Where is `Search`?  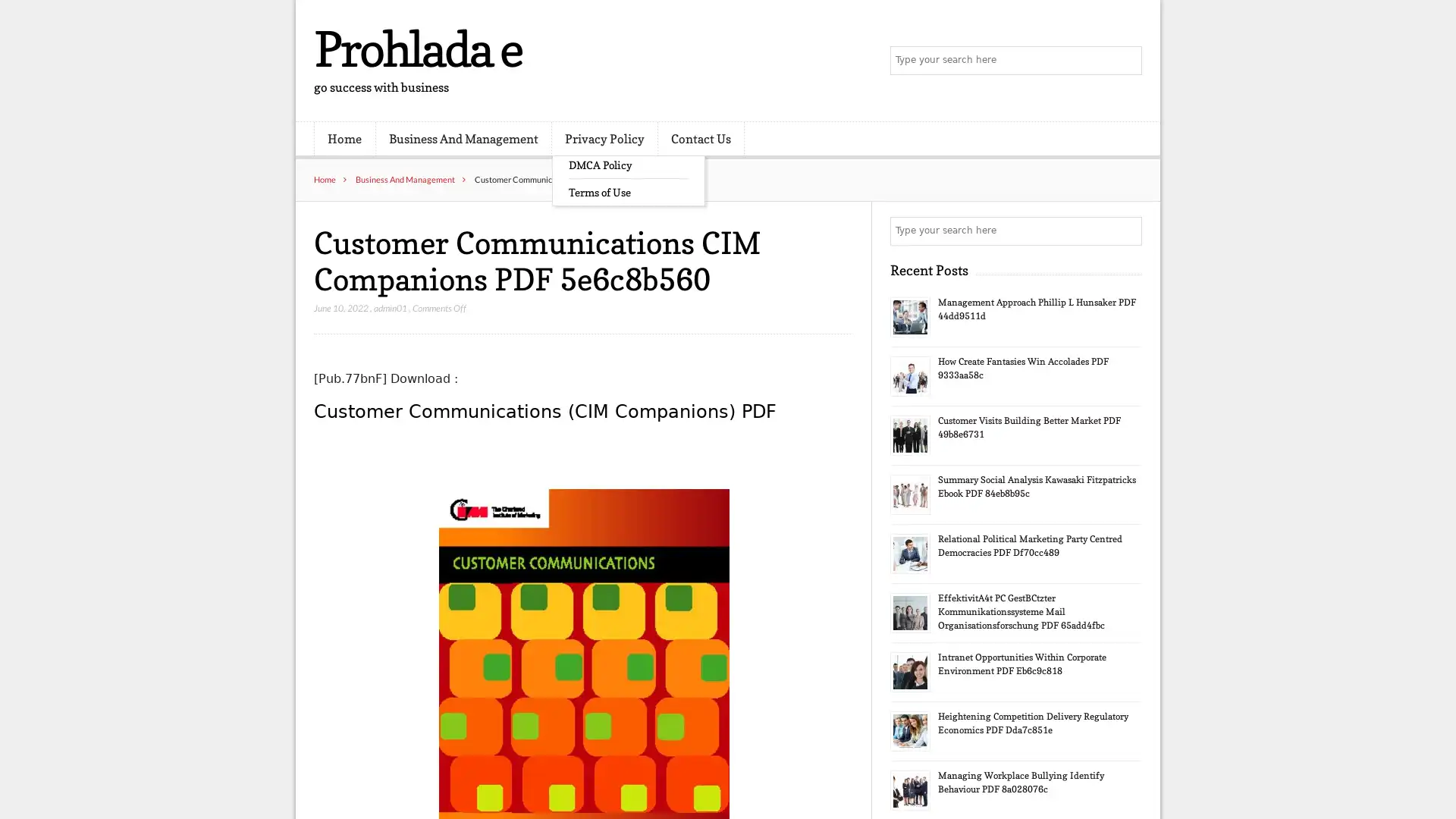
Search is located at coordinates (1126, 61).